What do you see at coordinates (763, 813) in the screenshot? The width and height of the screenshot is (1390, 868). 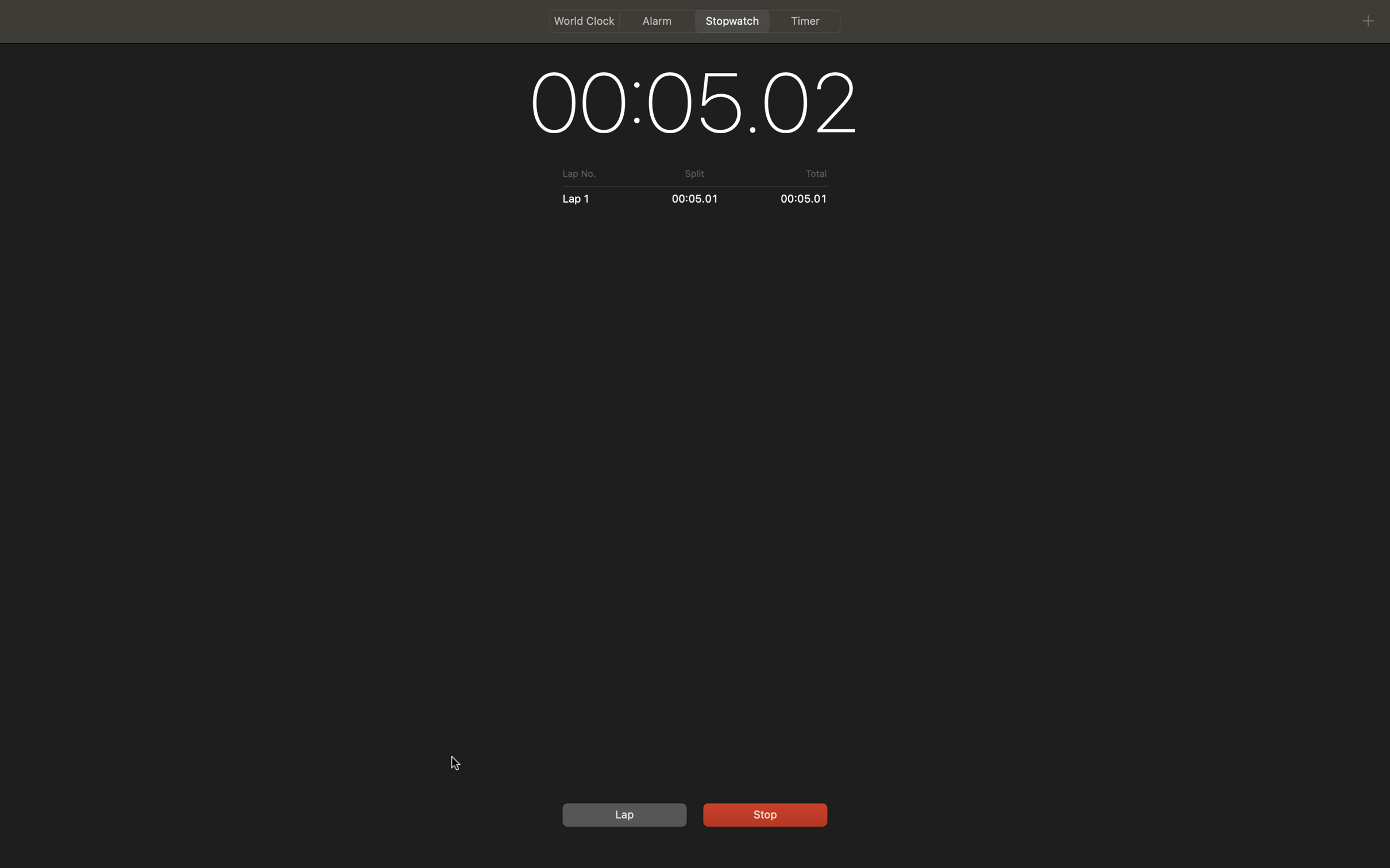 I see `Stop the stopwatch and then reset it` at bounding box center [763, 813].